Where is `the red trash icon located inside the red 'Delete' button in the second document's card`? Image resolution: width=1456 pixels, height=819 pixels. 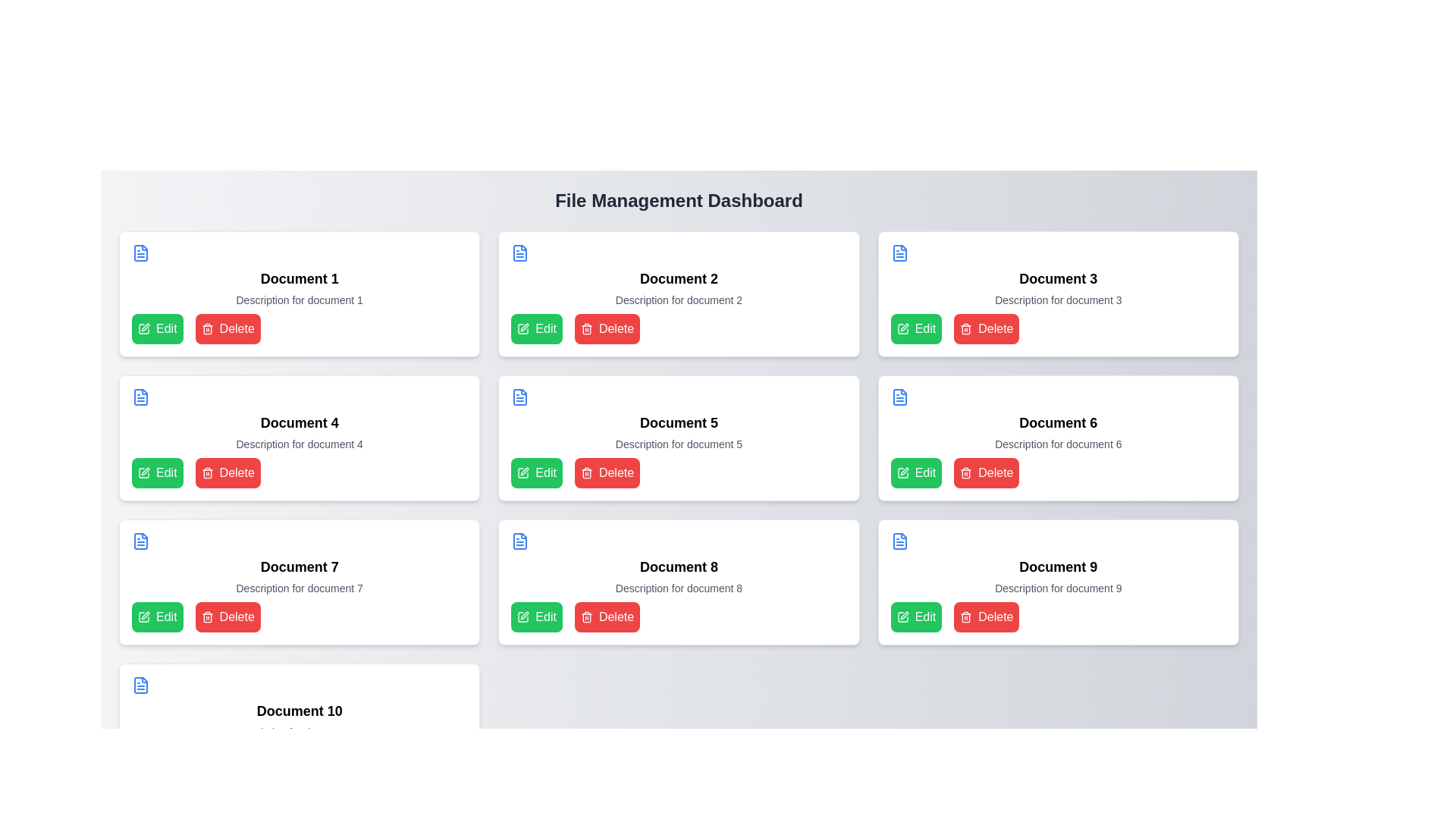 the red trash icon located inside the red 'Delete' button in the second document's card is located at coordinates (585, 328).